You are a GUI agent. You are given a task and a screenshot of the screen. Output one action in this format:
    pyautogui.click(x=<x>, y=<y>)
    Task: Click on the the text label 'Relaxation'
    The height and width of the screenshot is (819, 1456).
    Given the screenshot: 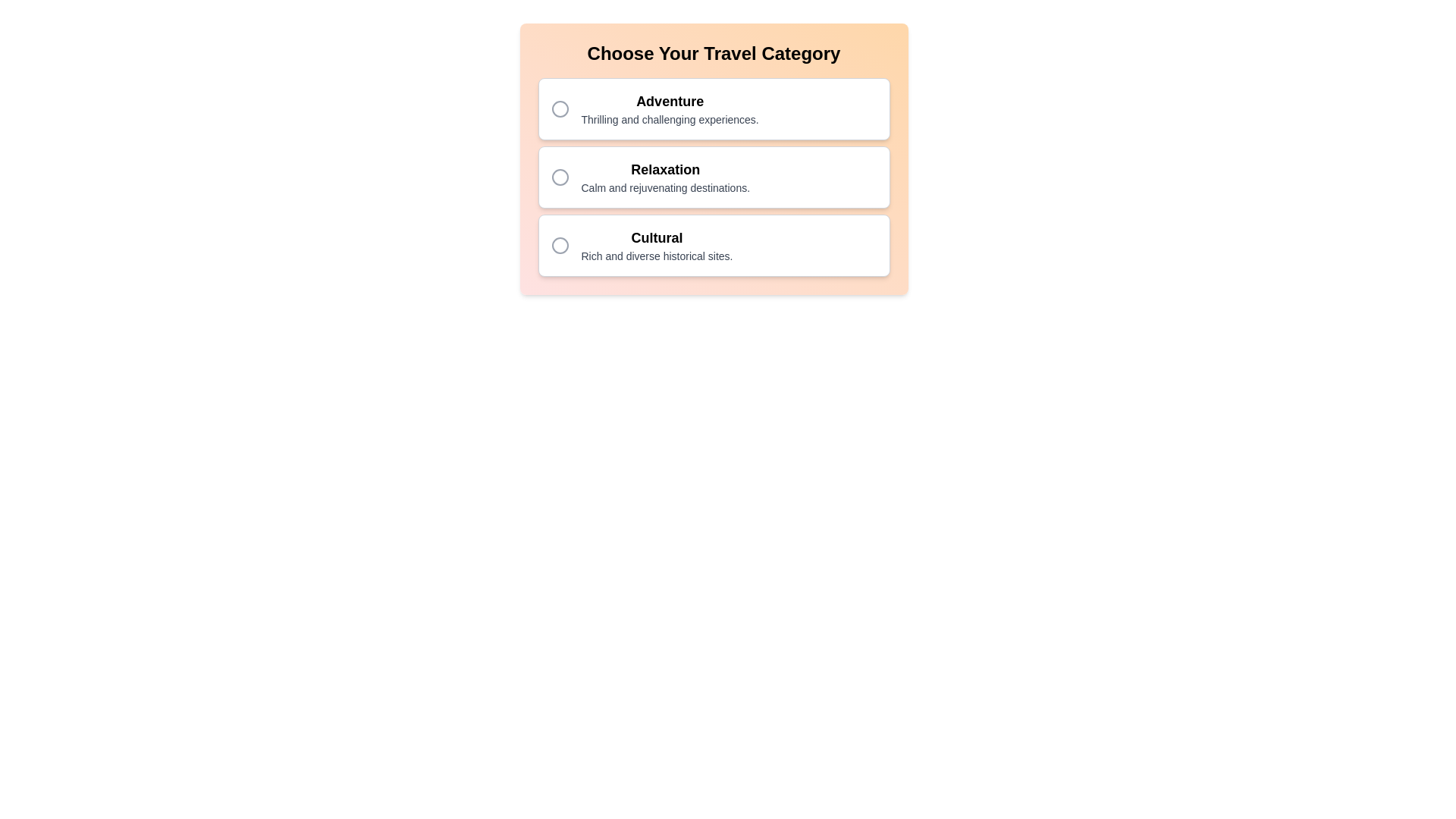 What is the action you would take?
    pyautogui.click(x=665, y=169)
    